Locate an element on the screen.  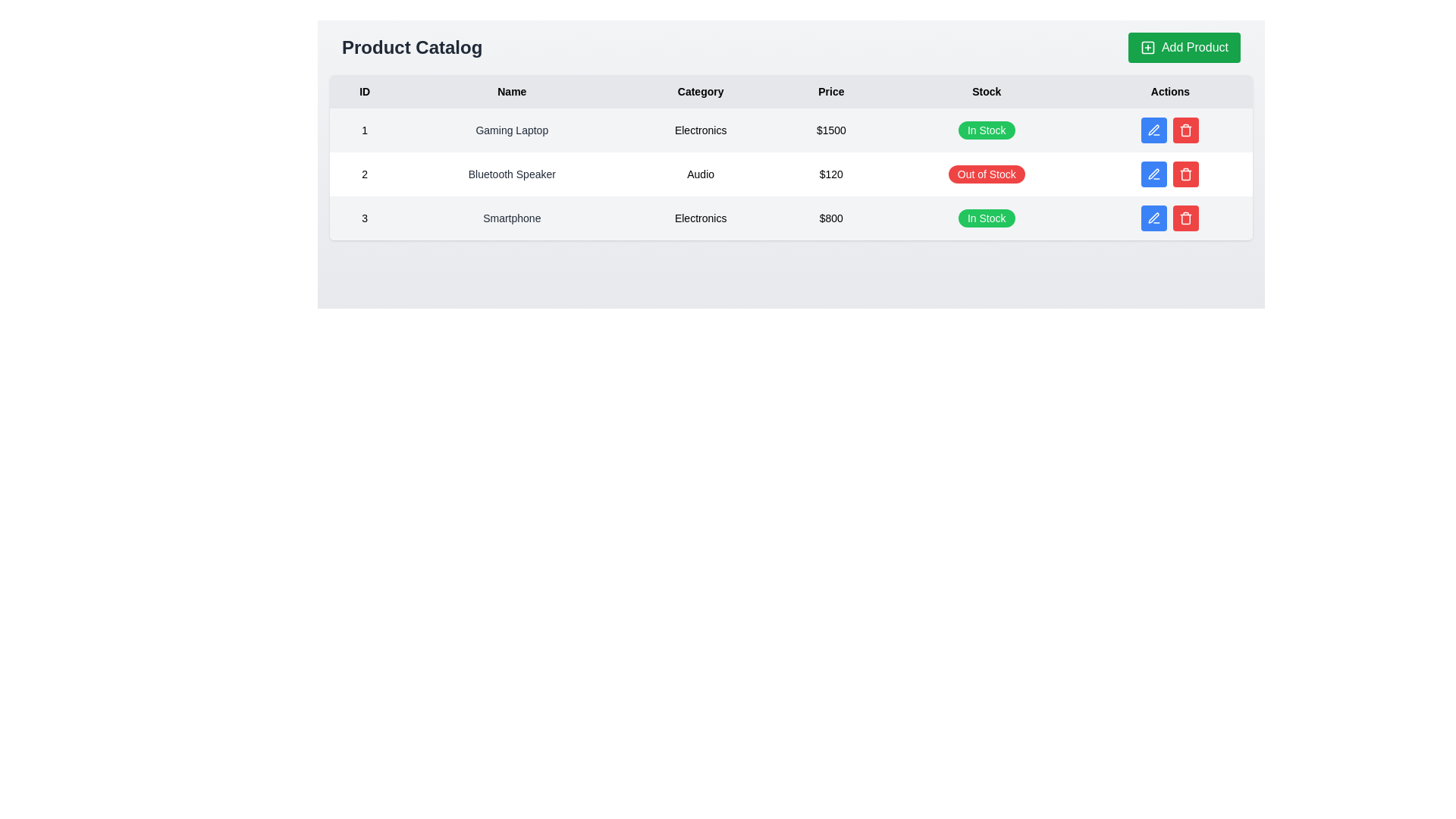
the 'In Stock' badge, which is a small, rounded rectangular indicator with white text on a green background, located in the 'Stock' column of the table for the product 'Gaming Laptop' is located at coordinates (987, 130).